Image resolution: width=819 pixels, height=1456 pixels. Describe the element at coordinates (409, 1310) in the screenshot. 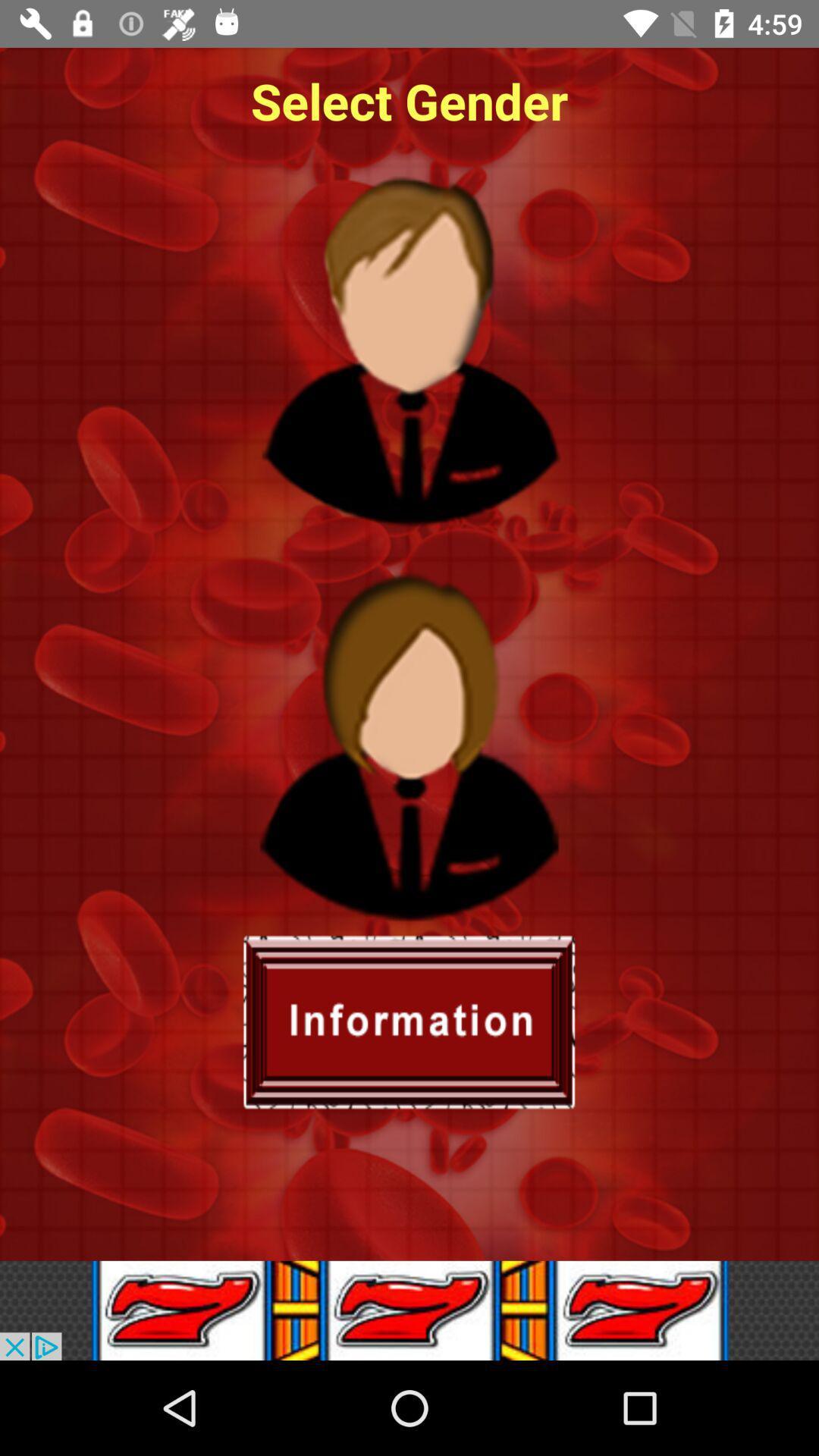

I see `advertisement link` at that location.